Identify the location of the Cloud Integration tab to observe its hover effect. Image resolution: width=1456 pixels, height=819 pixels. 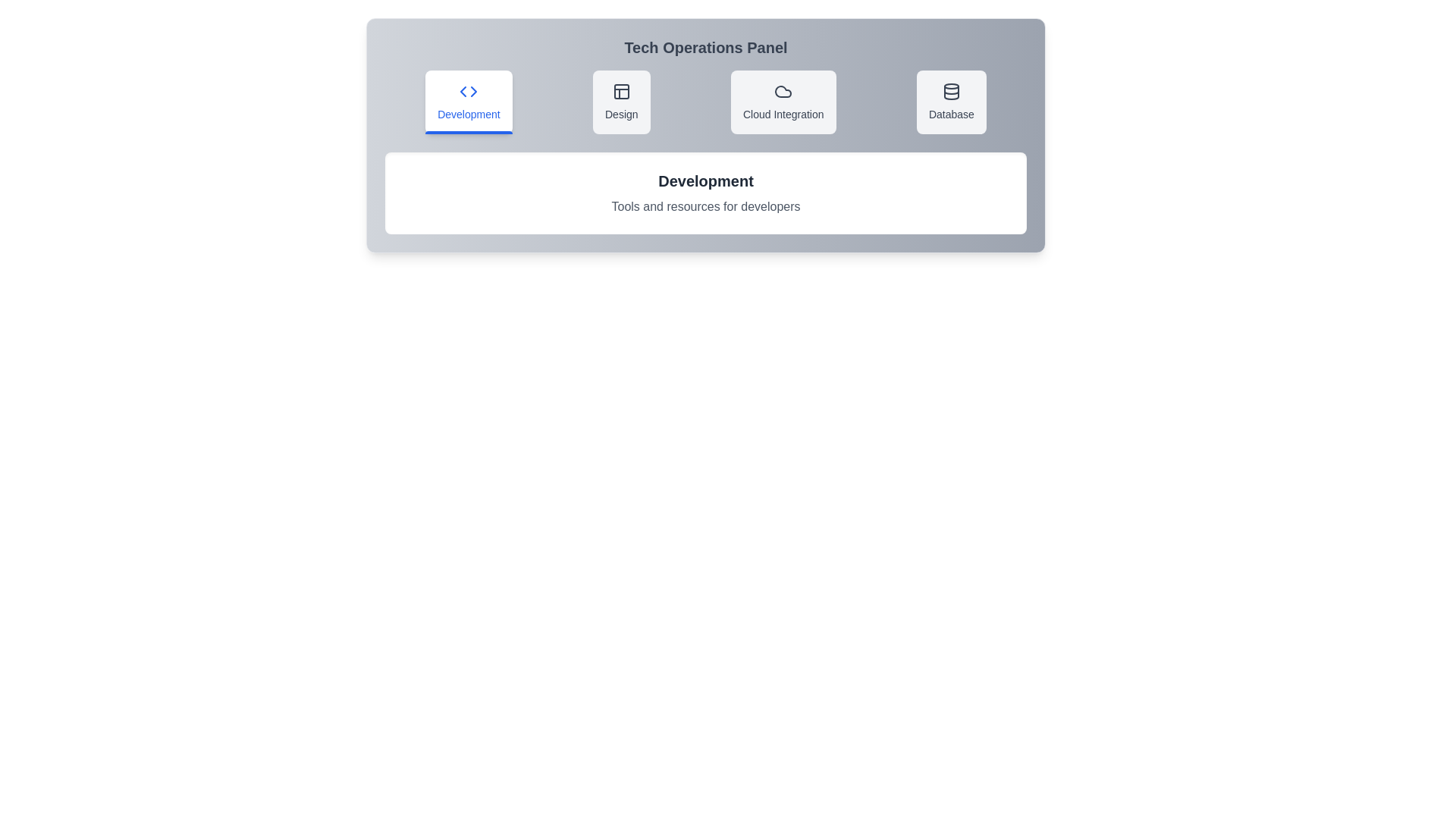
(783, 102).